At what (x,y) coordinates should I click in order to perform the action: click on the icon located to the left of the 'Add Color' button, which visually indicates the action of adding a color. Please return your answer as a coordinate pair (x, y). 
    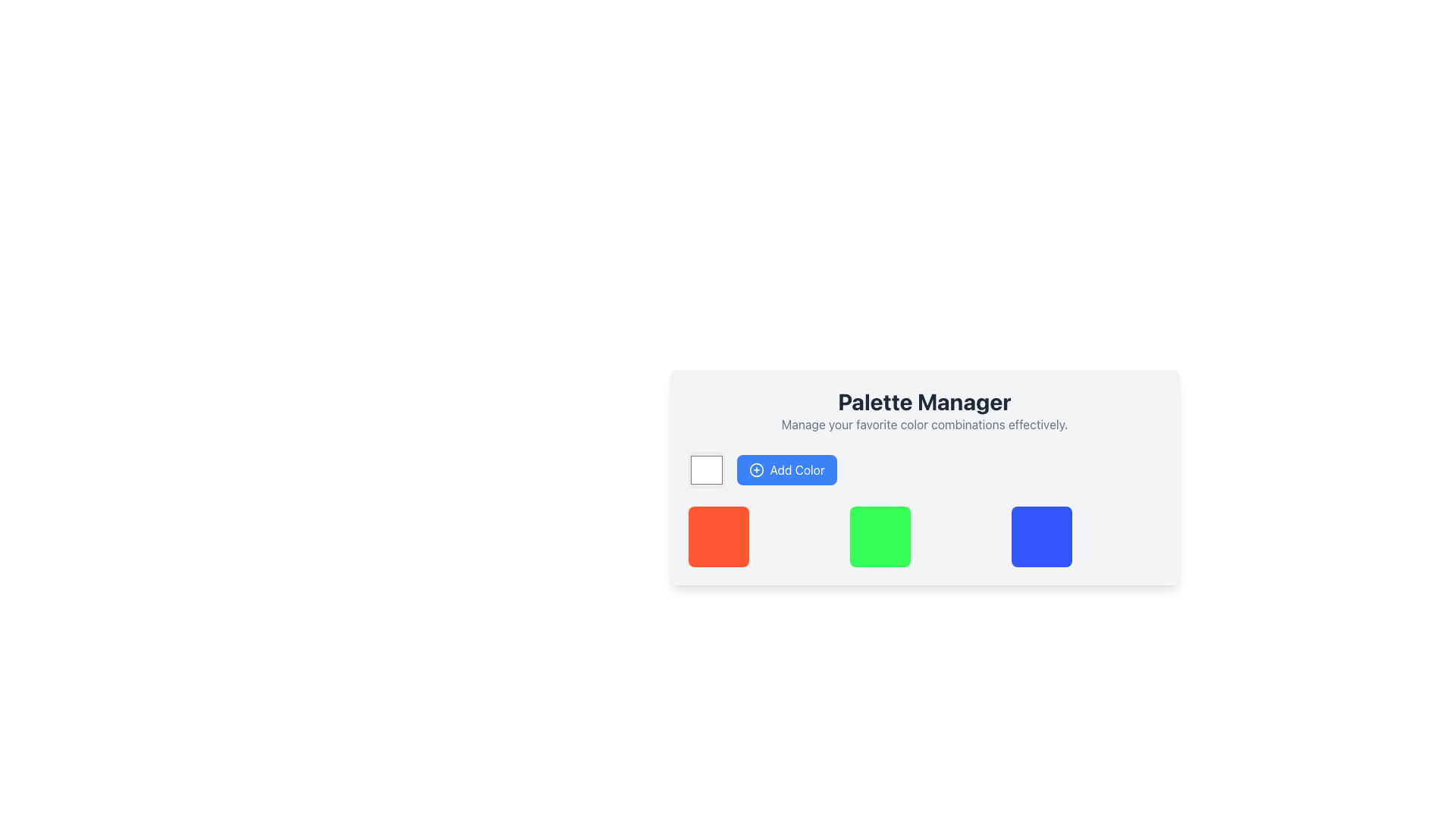
    Looking at the image, I should click on (756, 469).